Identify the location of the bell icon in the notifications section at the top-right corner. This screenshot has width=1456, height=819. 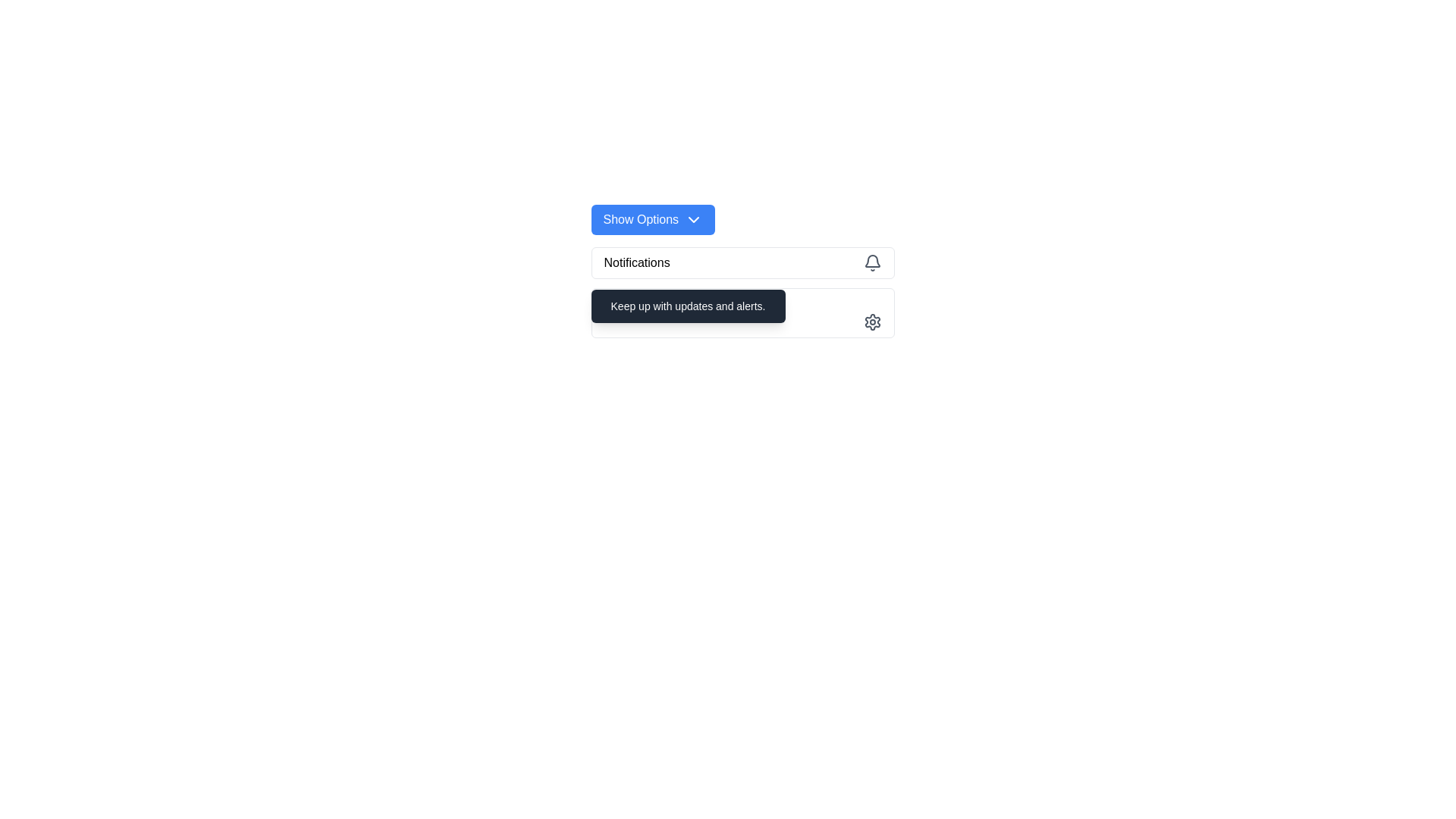
(872, 262).